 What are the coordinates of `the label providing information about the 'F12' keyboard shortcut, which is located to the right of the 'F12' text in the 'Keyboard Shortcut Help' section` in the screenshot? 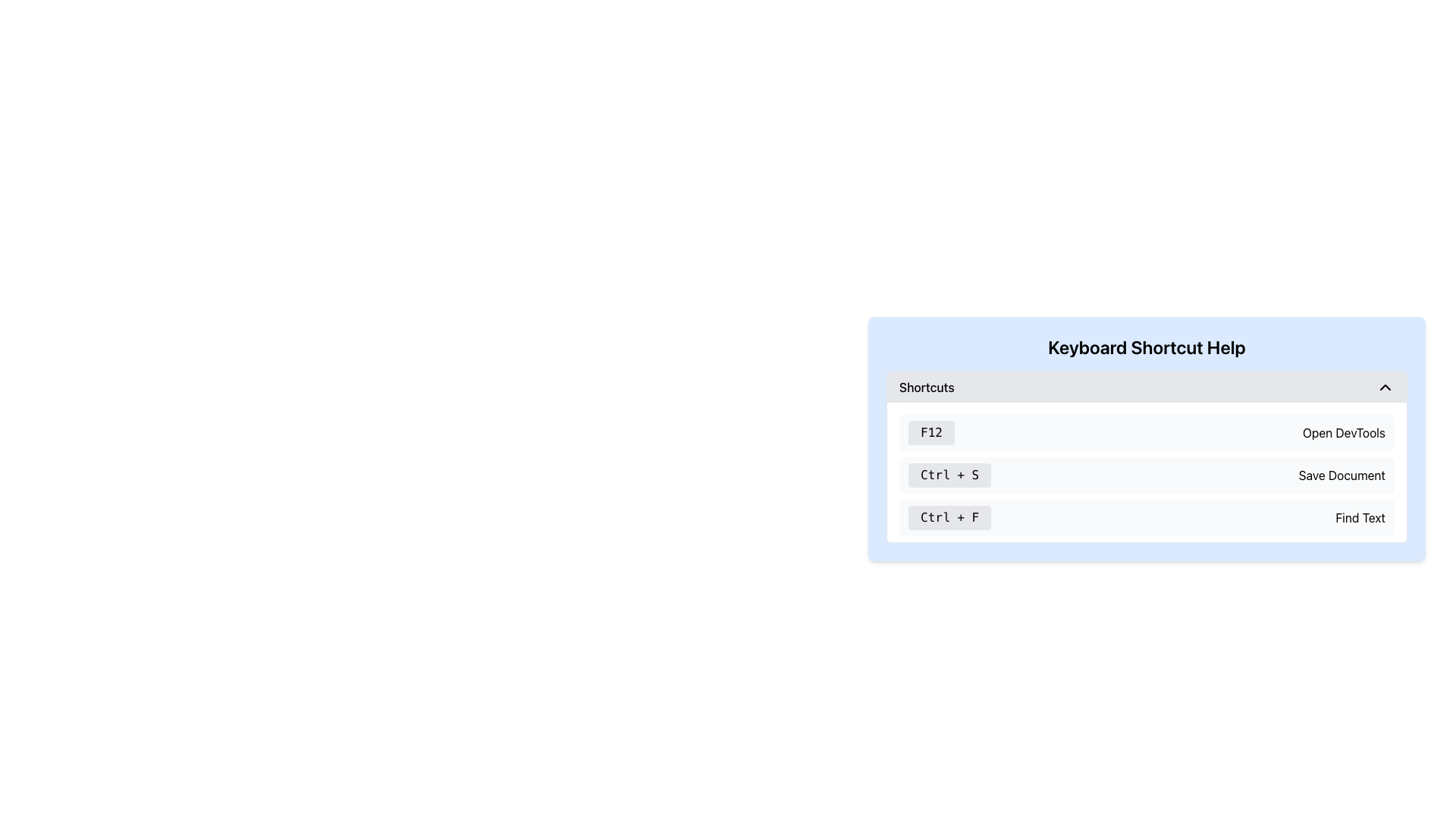 It's located at (1344, 432).